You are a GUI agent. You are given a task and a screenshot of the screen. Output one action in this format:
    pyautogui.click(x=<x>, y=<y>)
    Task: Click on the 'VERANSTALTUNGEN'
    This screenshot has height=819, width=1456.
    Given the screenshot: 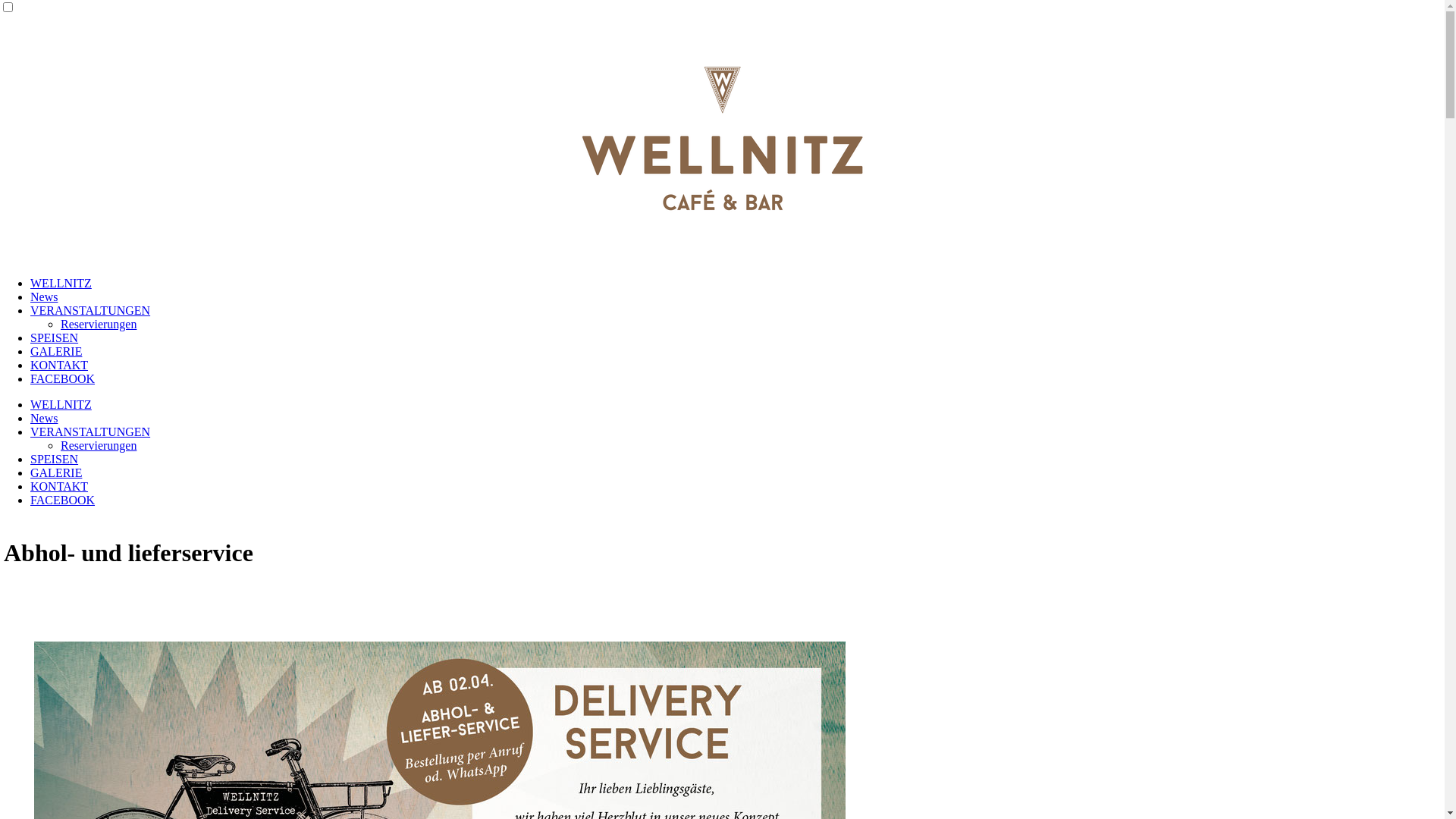 What is the action you would take?
    pyautogui.click(x=89, y=431)
    